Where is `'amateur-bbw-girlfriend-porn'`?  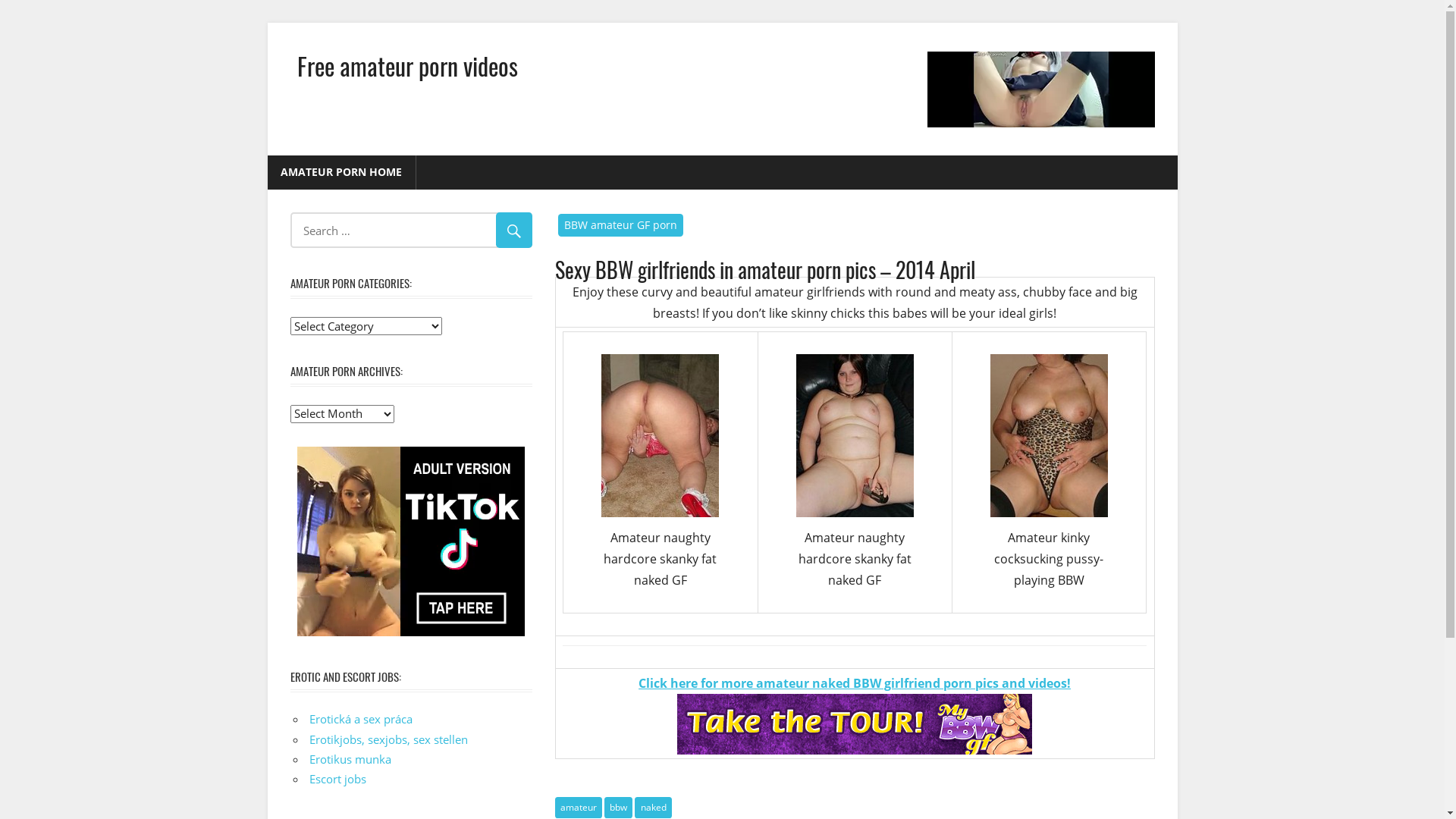
'amateur-bbw-girlfriend-porn' is located at coordinates (855, 723).